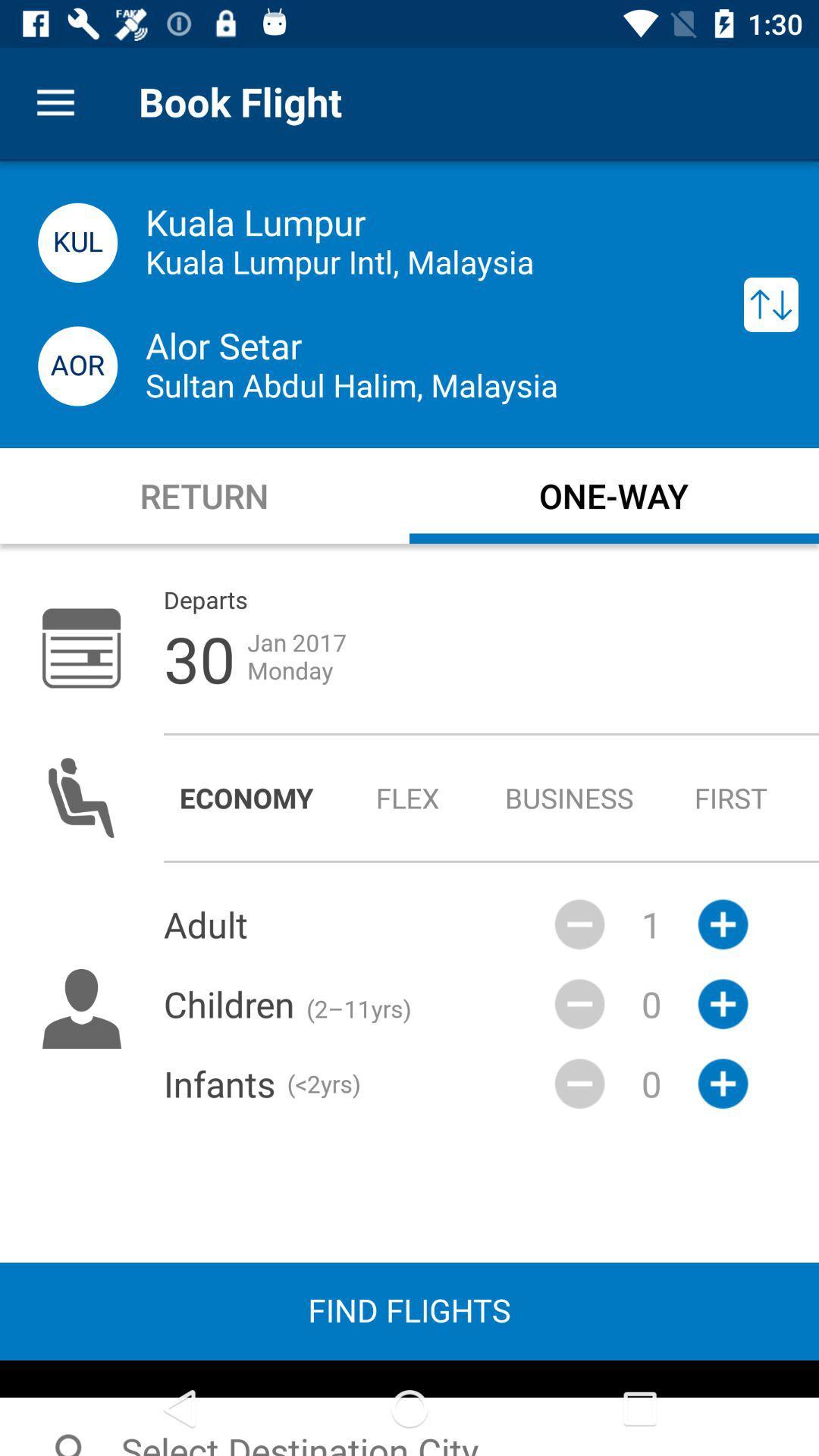  Describe the element at coordinates (570, 797) in the screenshot. I see `radio button next to first icon` at that location.